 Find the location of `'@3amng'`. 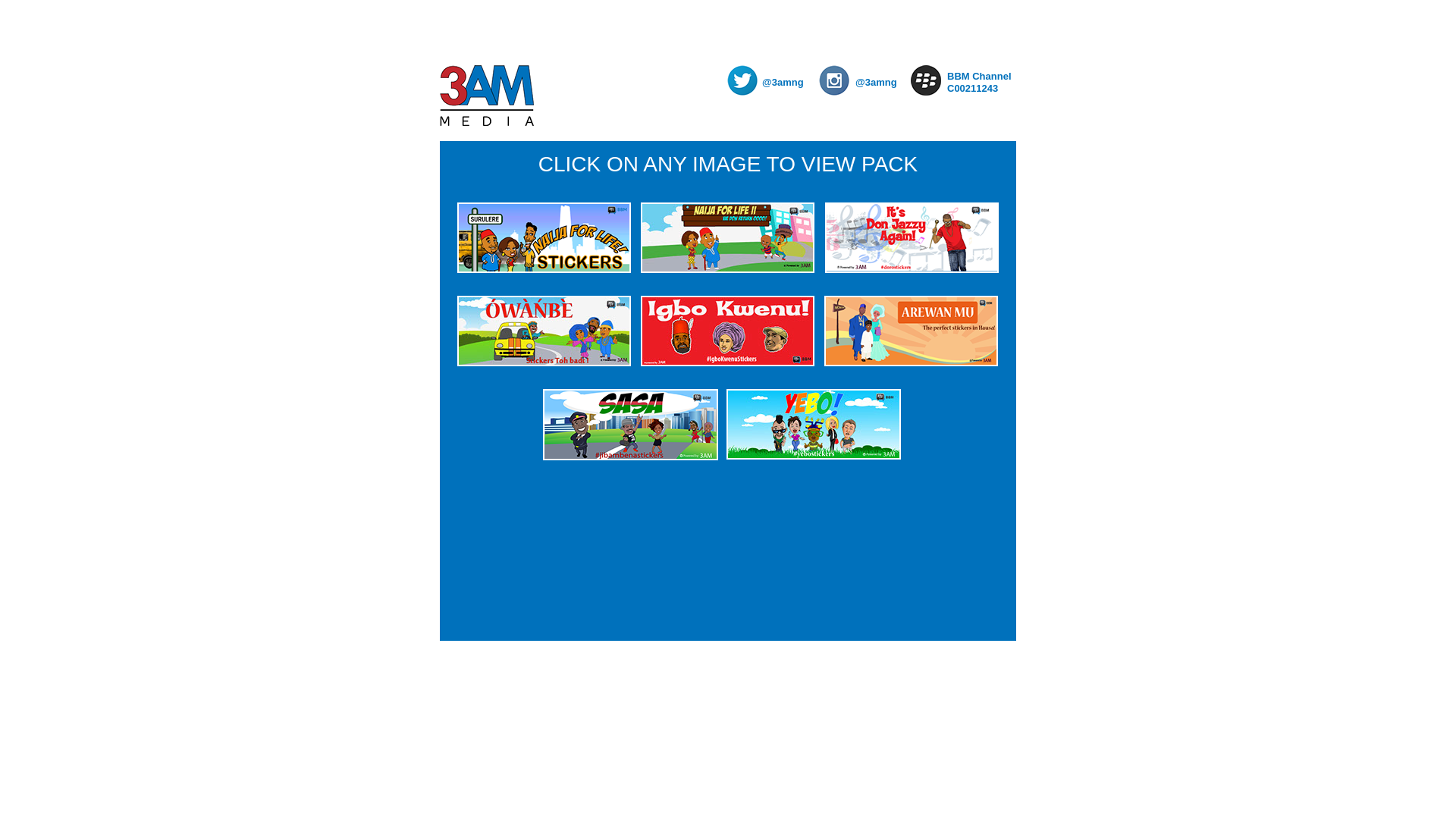

'@3amng' is located at coordinates (786, 82).